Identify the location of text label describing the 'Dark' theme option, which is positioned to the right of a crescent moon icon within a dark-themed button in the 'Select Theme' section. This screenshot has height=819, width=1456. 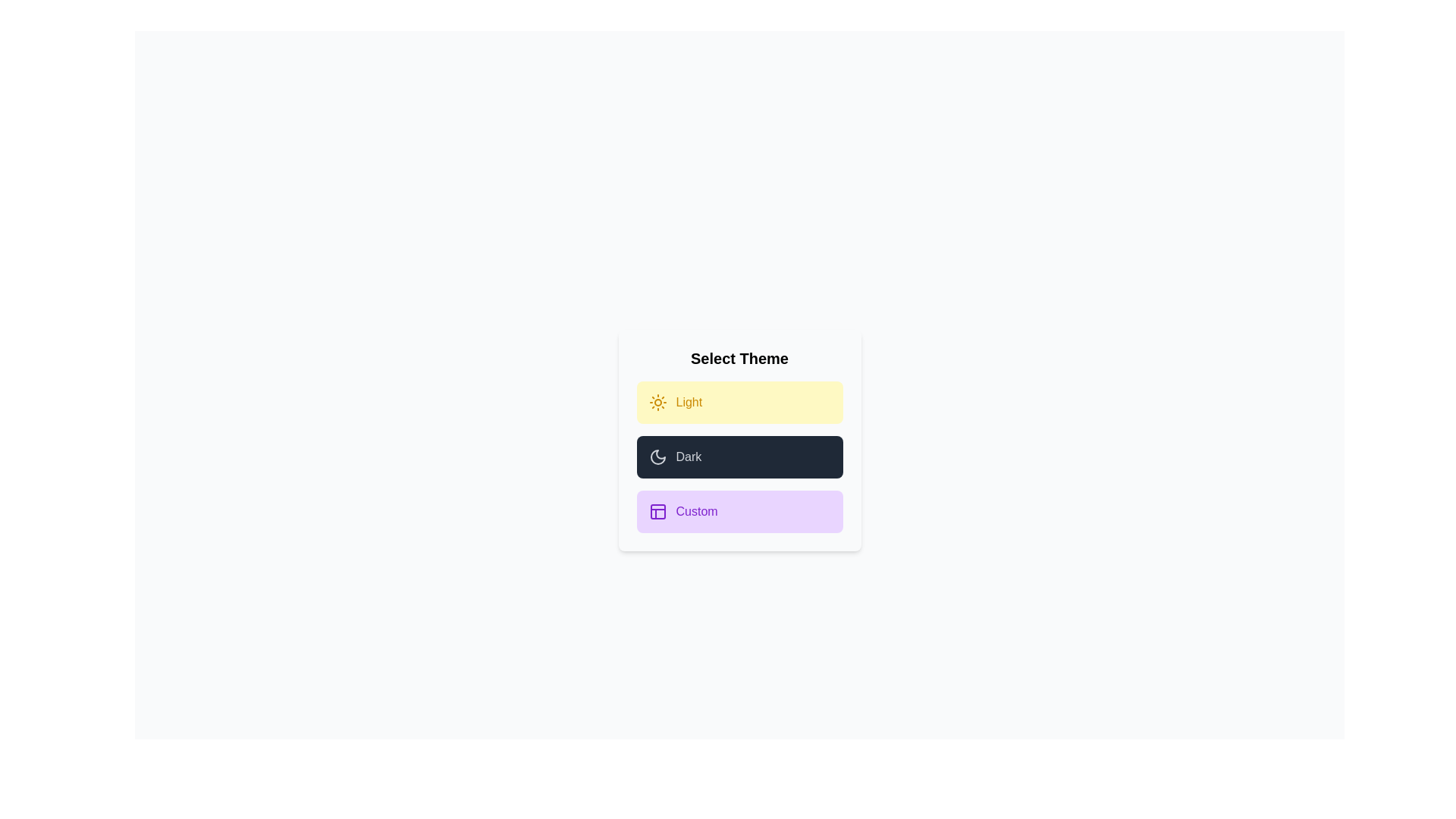
(688, 456).